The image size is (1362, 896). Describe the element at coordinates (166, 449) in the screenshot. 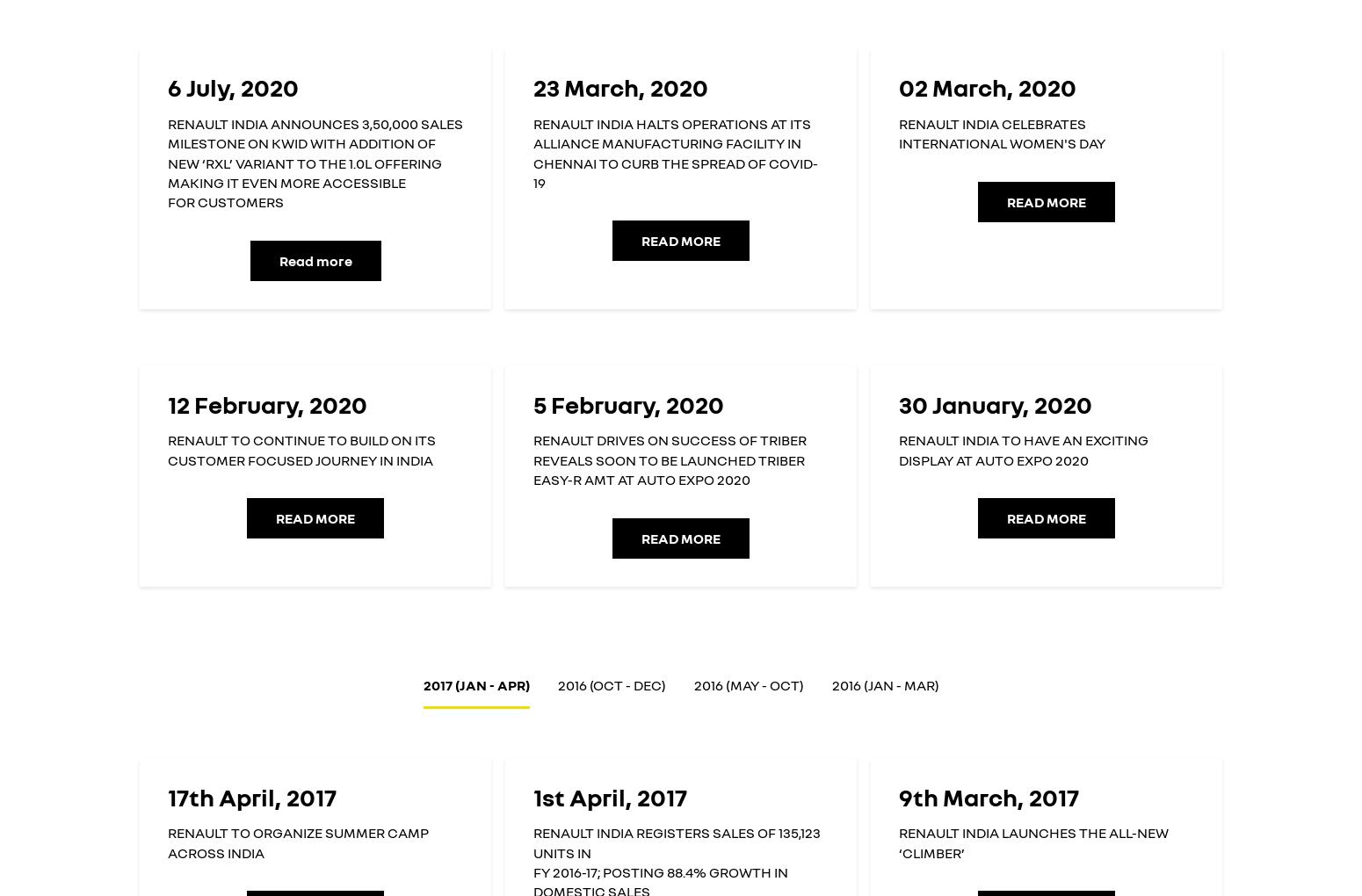

I see `'RENAULT TO CONTINUE TO BUILD ON ITS CUSTOMER FOCUSED JOURNEY IN INDIA'` at that location.